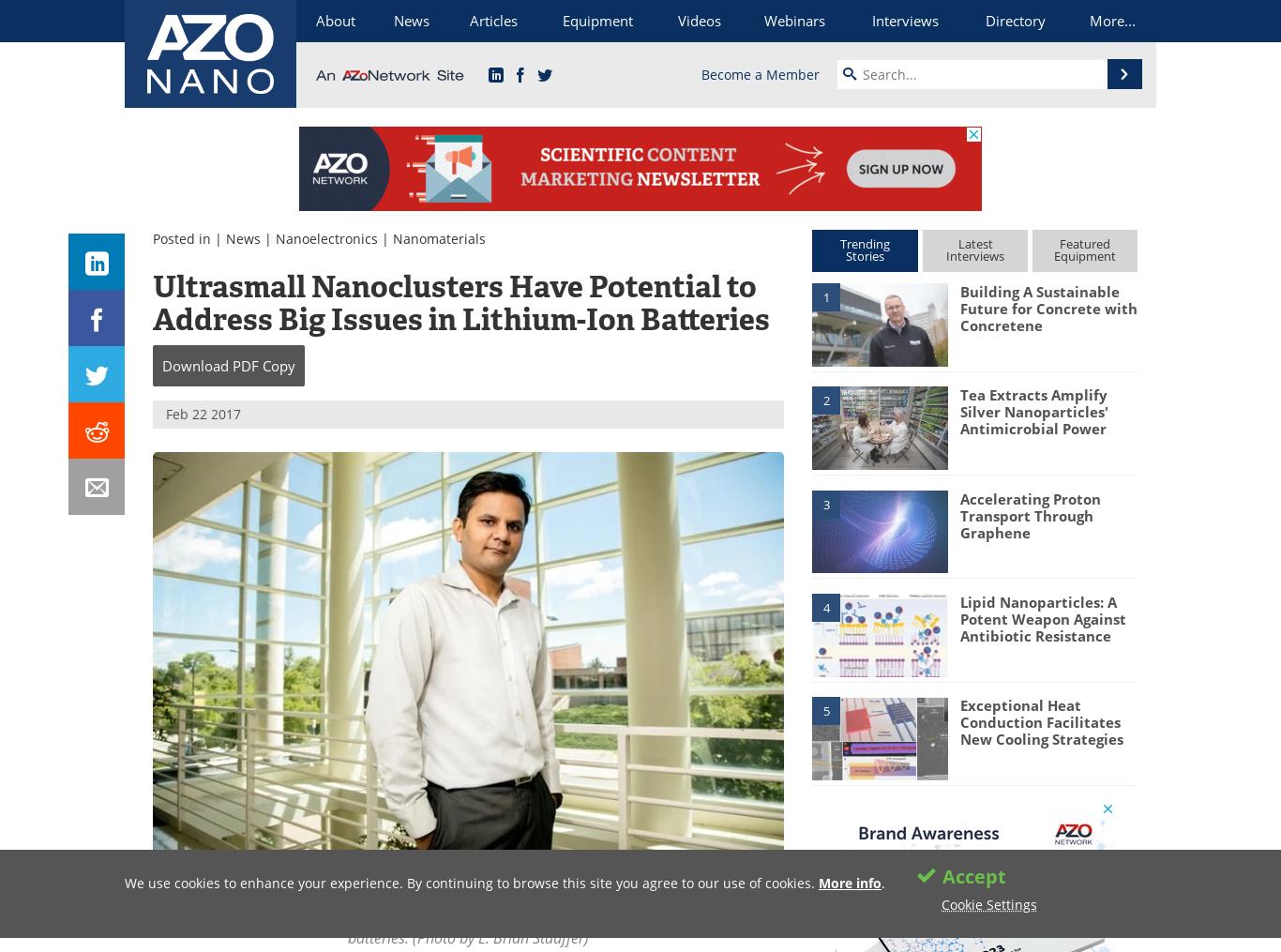  Describe the element at coordinates (759, 73) in the screenshot. I see `'Become a Member'` at that location.